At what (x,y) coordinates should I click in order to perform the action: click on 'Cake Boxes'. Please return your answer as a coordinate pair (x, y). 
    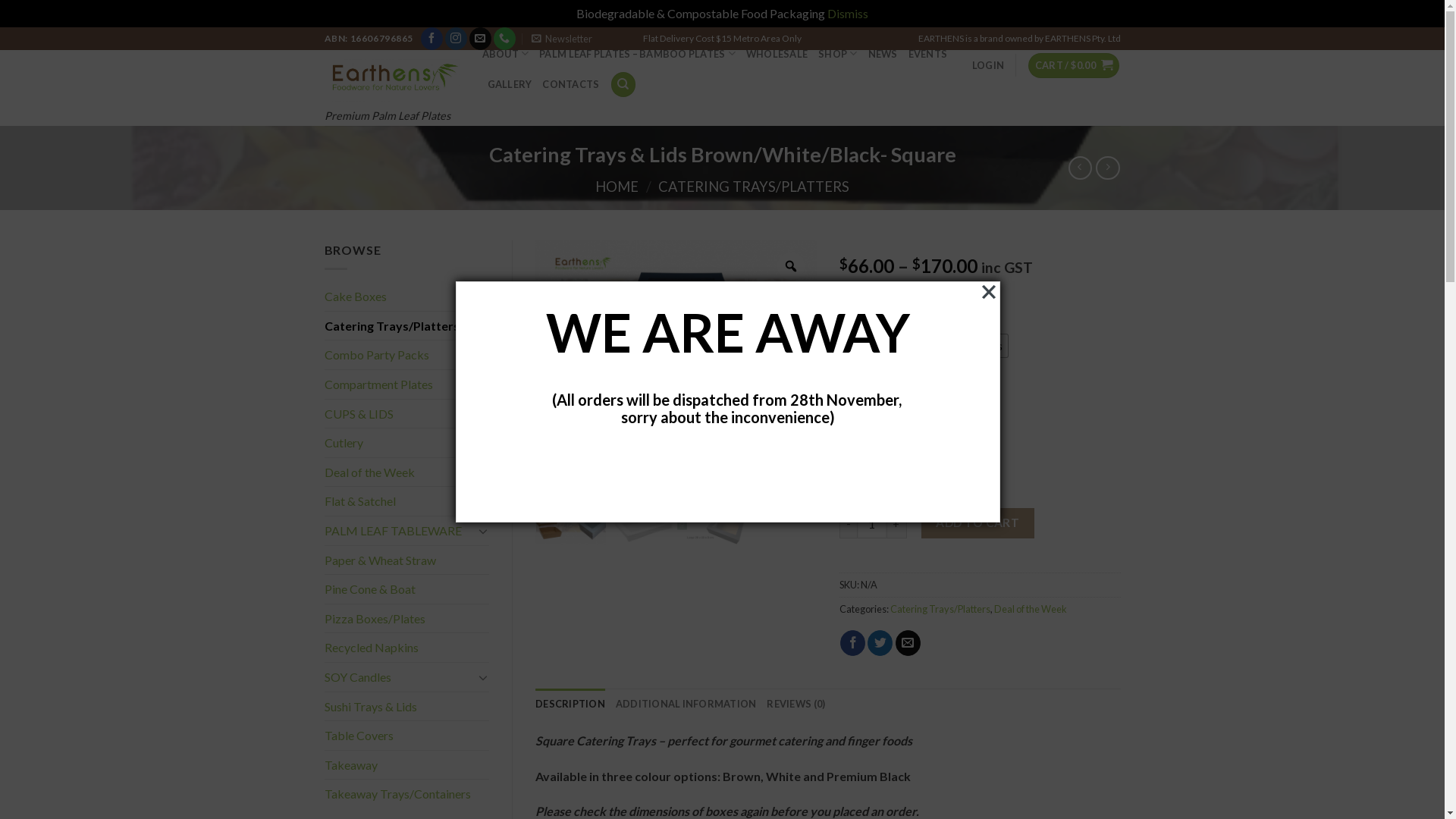
    Looking at the image, I should click on (407, 296).